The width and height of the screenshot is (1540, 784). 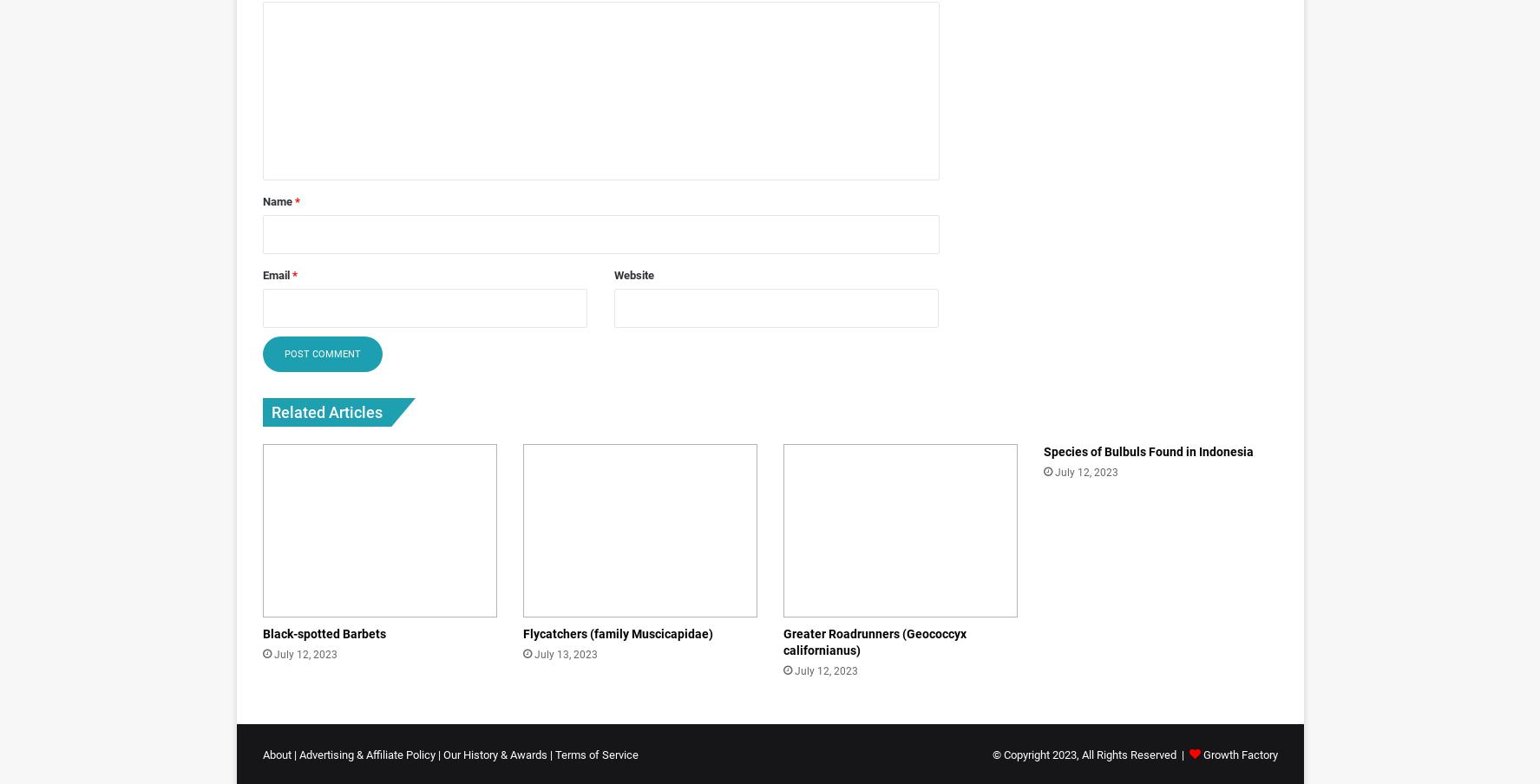 What do you see at coordinates (1042, 451) in the screenshot?
I see `'Species of Bulbuls Found in Indonesia'` at bounding box center [1042, 451].